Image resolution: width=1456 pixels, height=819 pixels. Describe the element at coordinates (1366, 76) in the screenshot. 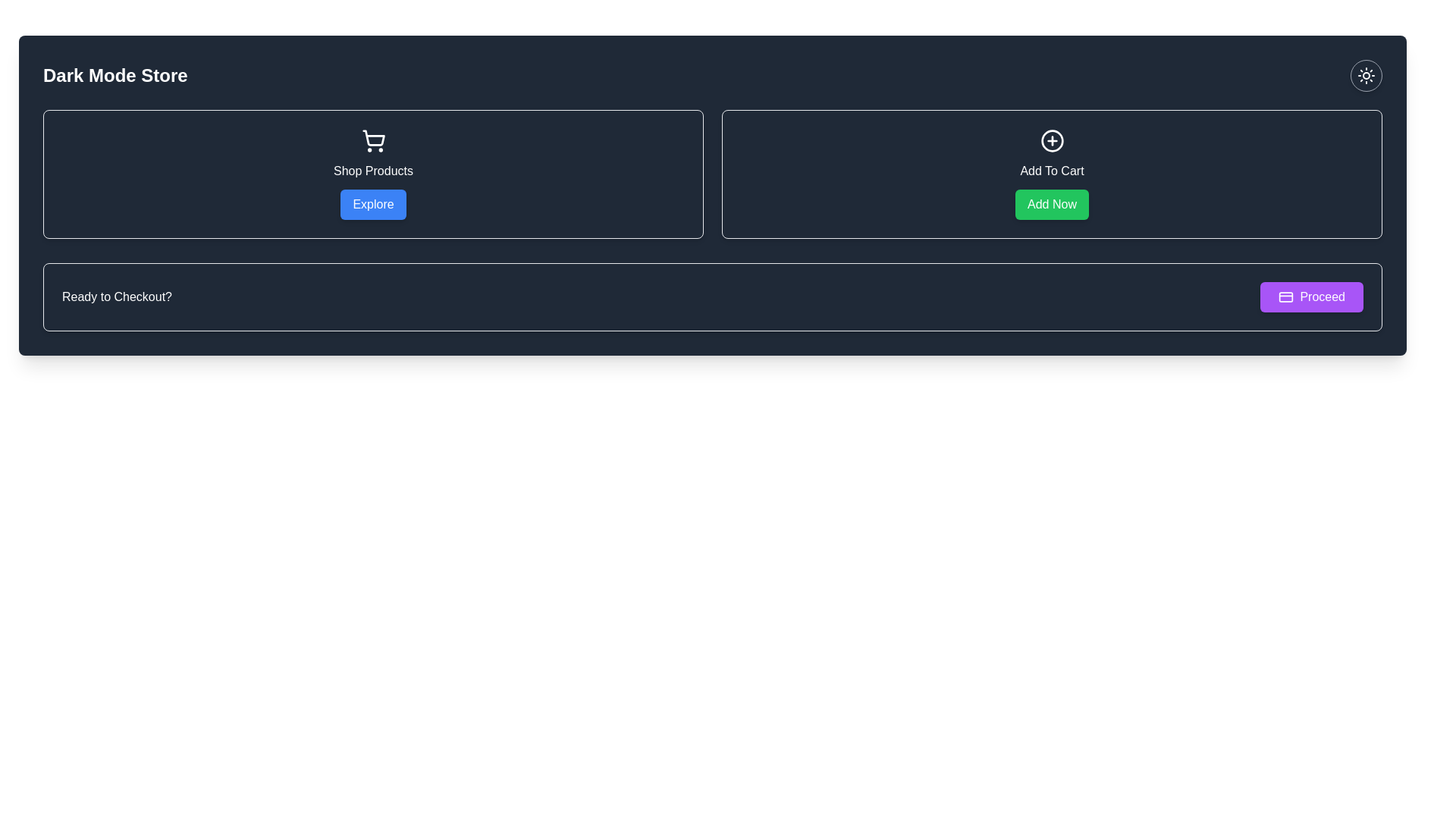

I see `the button located at the top right corner of the header bar, next to the 'Dark Mode Store' text` at that location.